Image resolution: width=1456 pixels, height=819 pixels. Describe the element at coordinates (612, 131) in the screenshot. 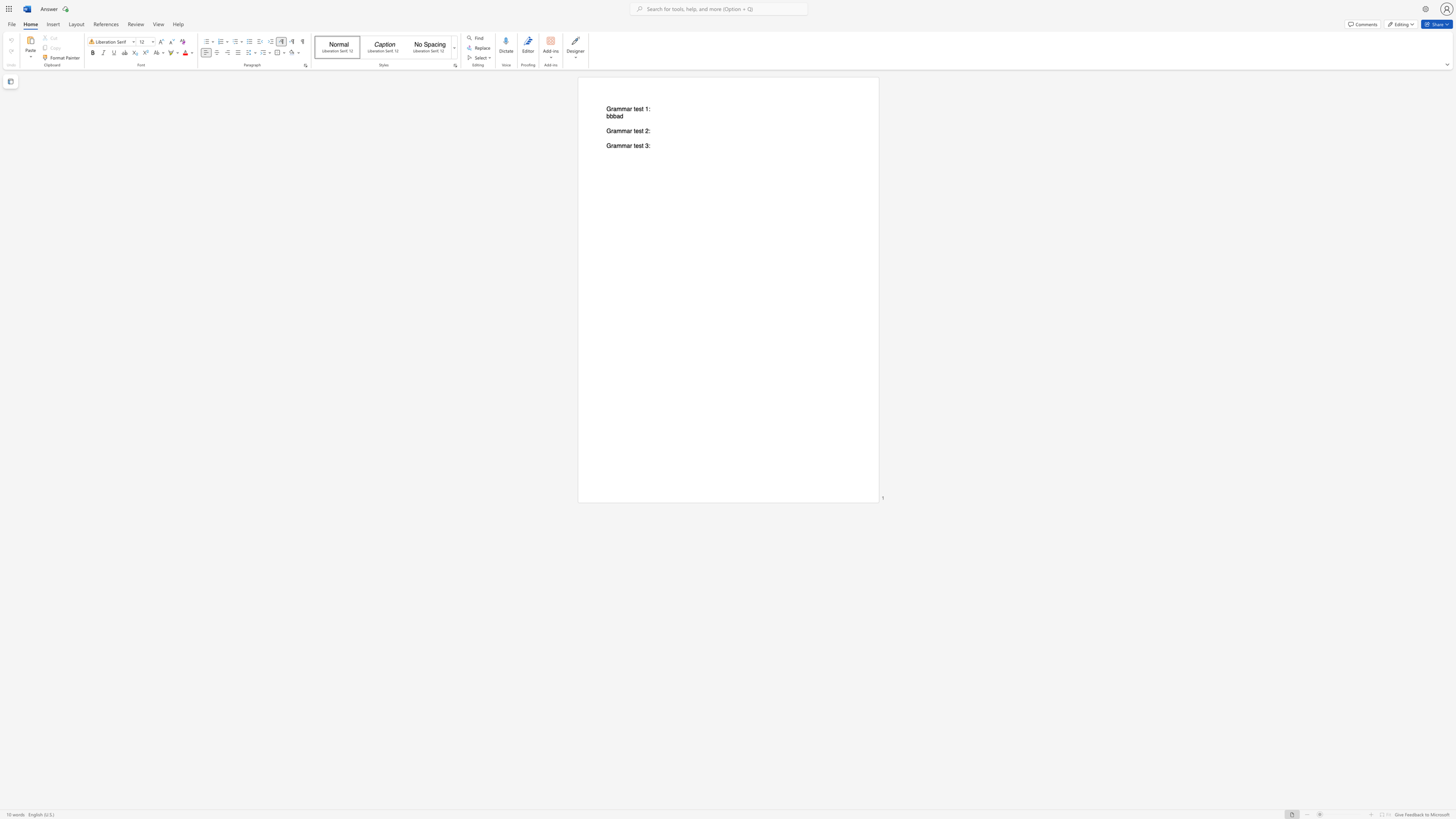

I see `the 1th character "r" in the text` at that location.